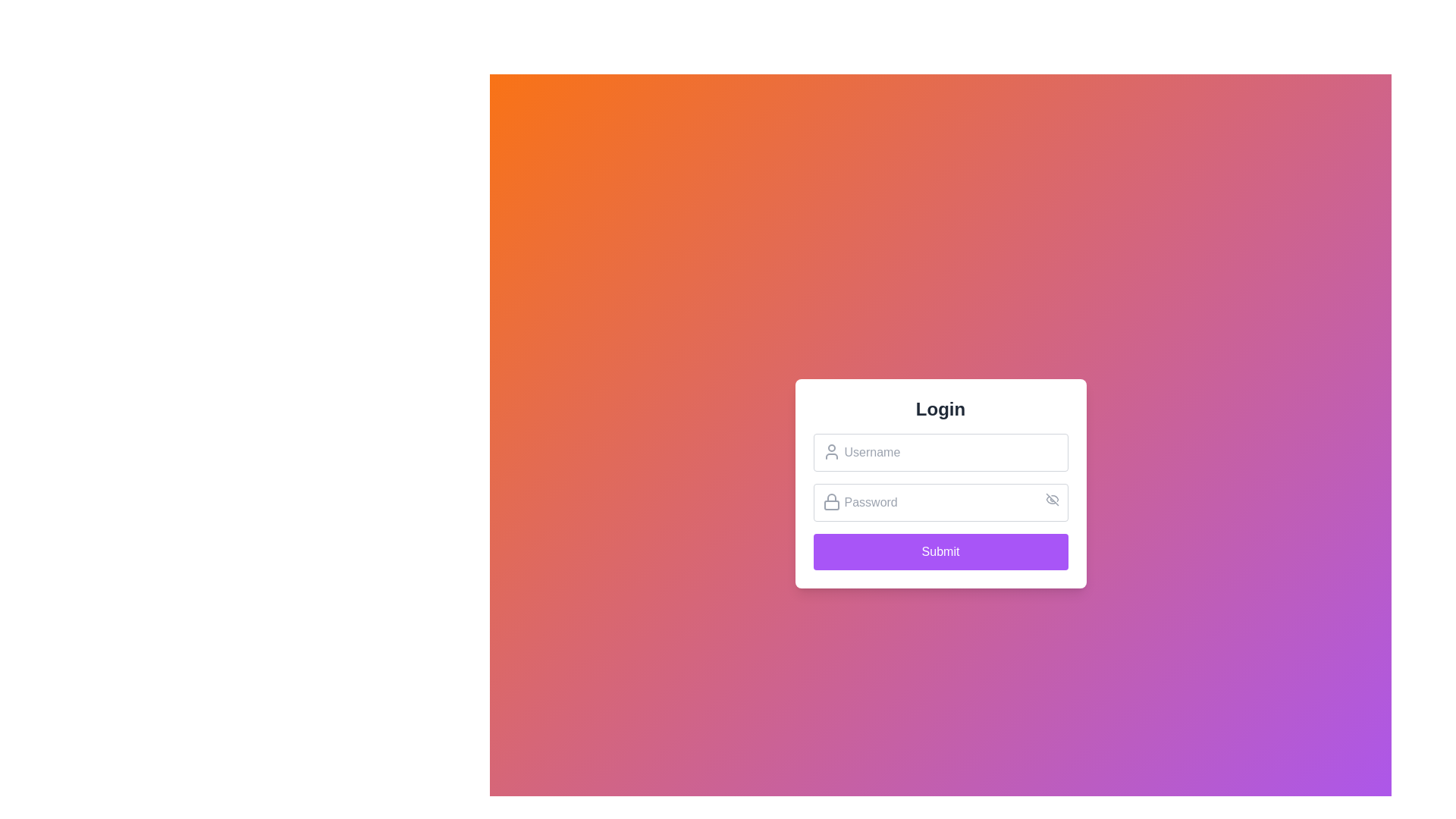  Describe the element at coordinates (830, 451) in the screenshot. I see `the SVG user icon, which is styled in gray with rounded edges, located to the left of the 'Username' input field in the login form` at that location.